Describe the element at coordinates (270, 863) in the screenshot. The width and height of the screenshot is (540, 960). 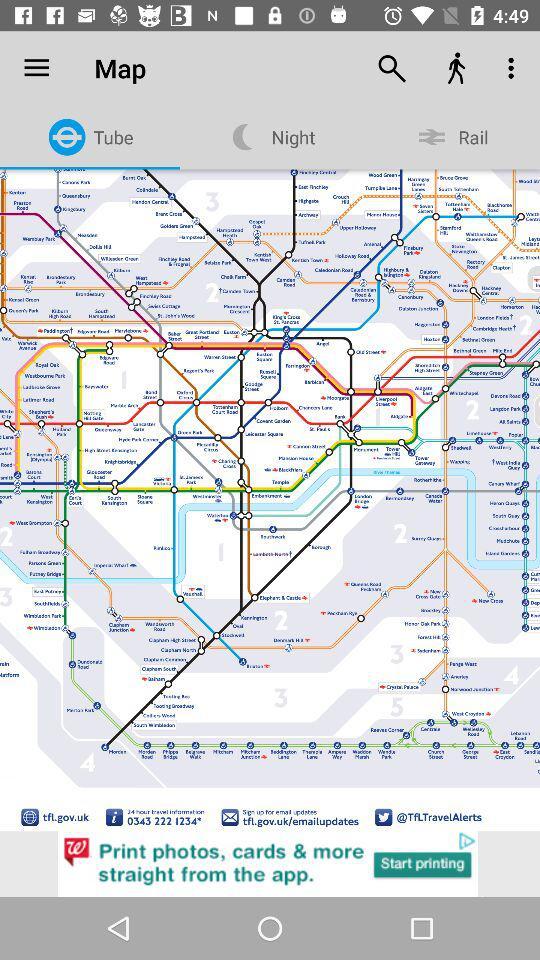
I see `advertisement` at that location.